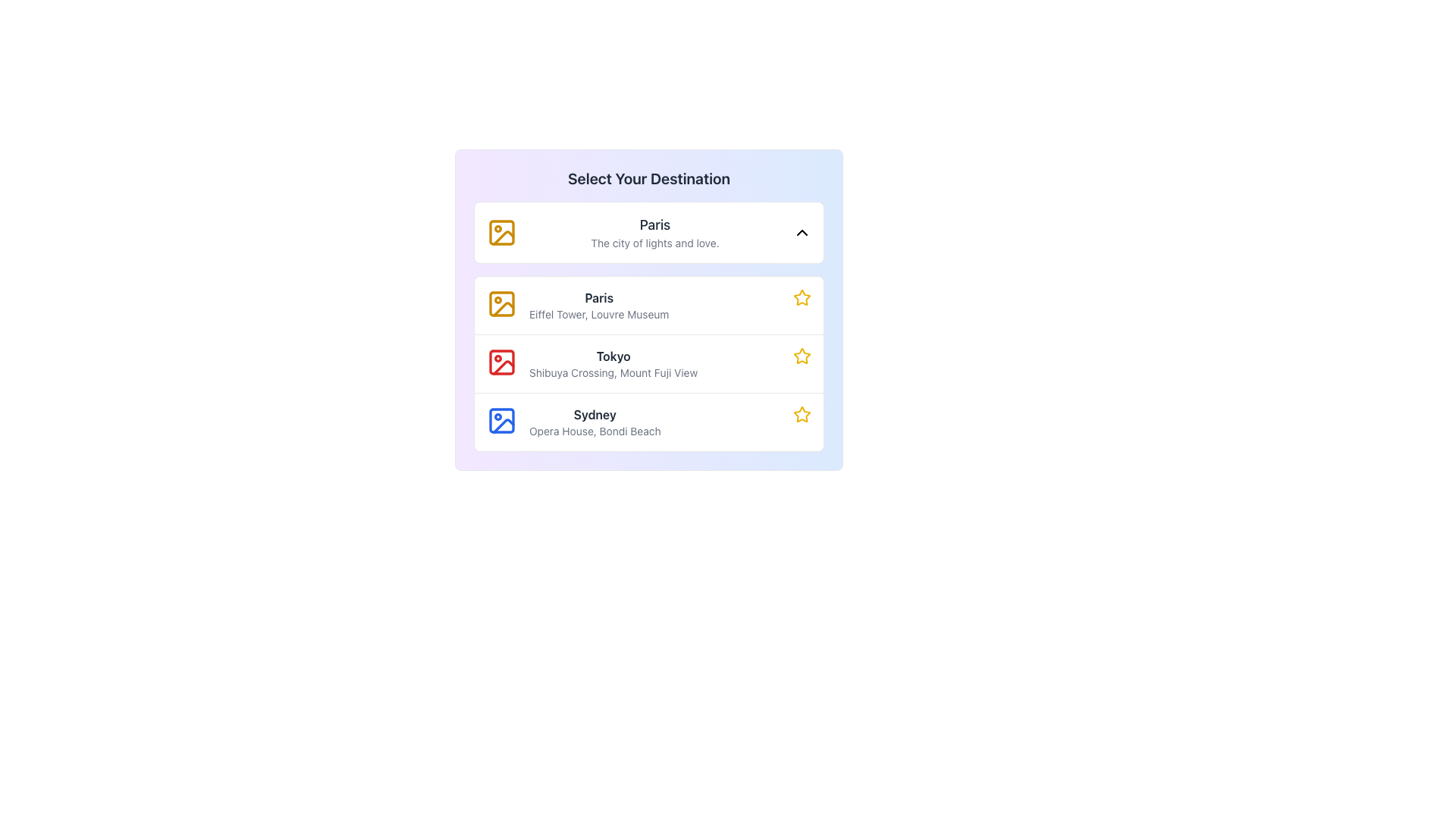 The width and height of the screenshot is (1456, 819). Describe the element at coordinates (648, 177) in the screenshot. I see `the introductory text that labels the section for selecting a destination, which is located at the top-center of a rounded card with a gradient background` at that location.